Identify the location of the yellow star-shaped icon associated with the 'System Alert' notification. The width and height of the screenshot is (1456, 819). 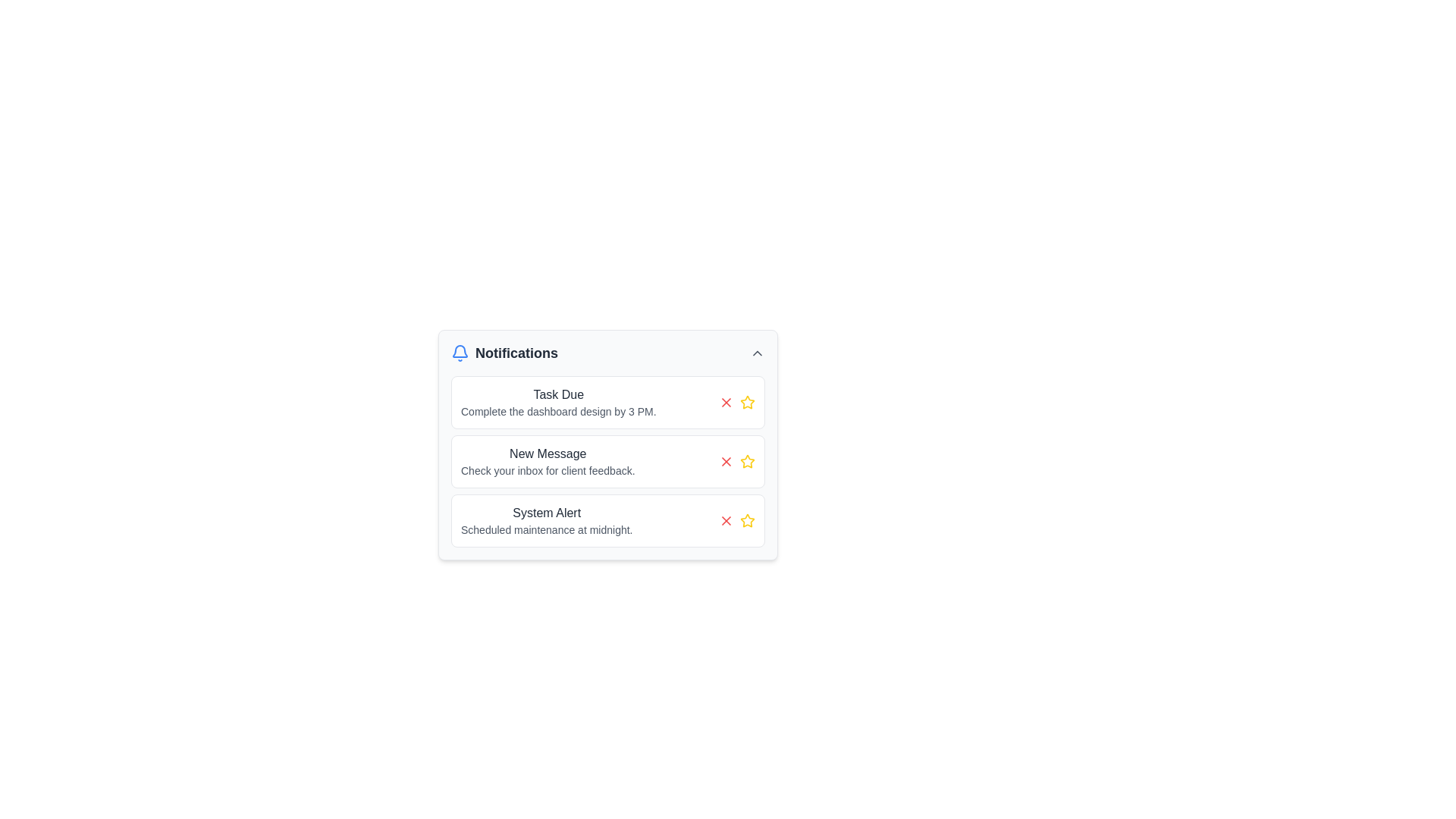
(746, 519).